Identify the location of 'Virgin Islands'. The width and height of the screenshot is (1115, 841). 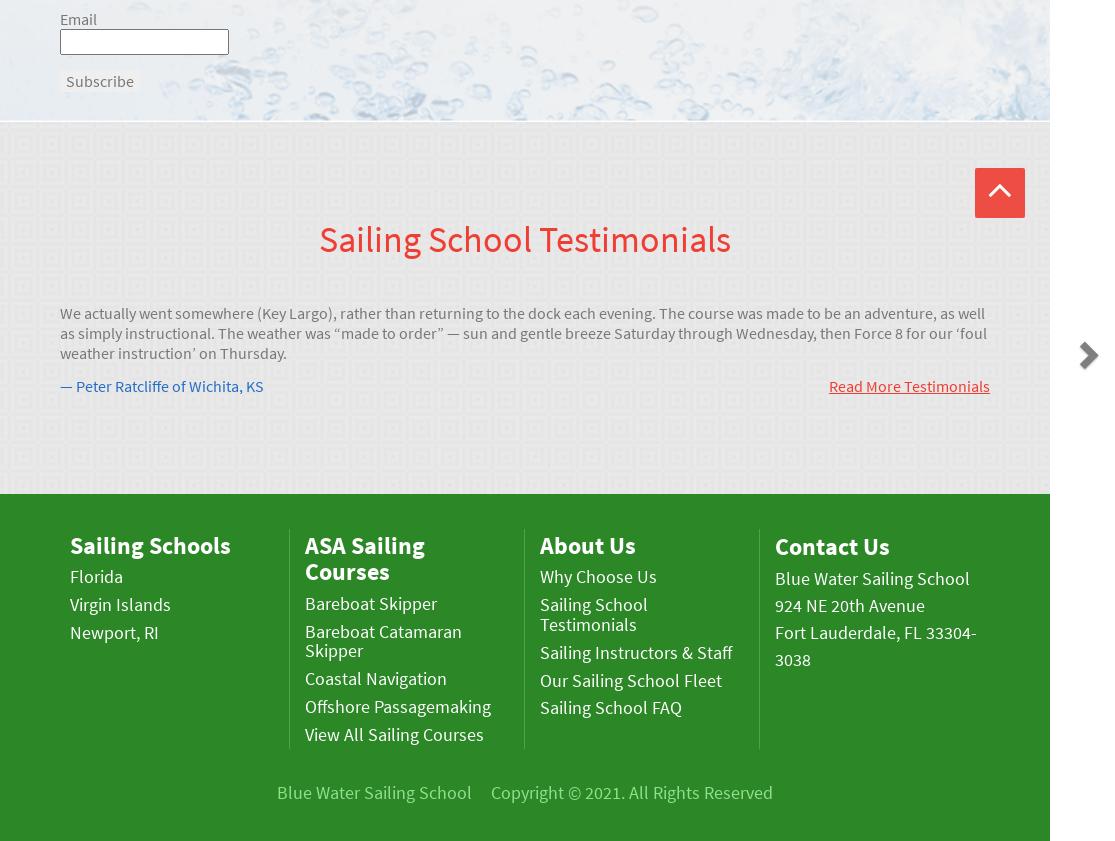
(70, 604).